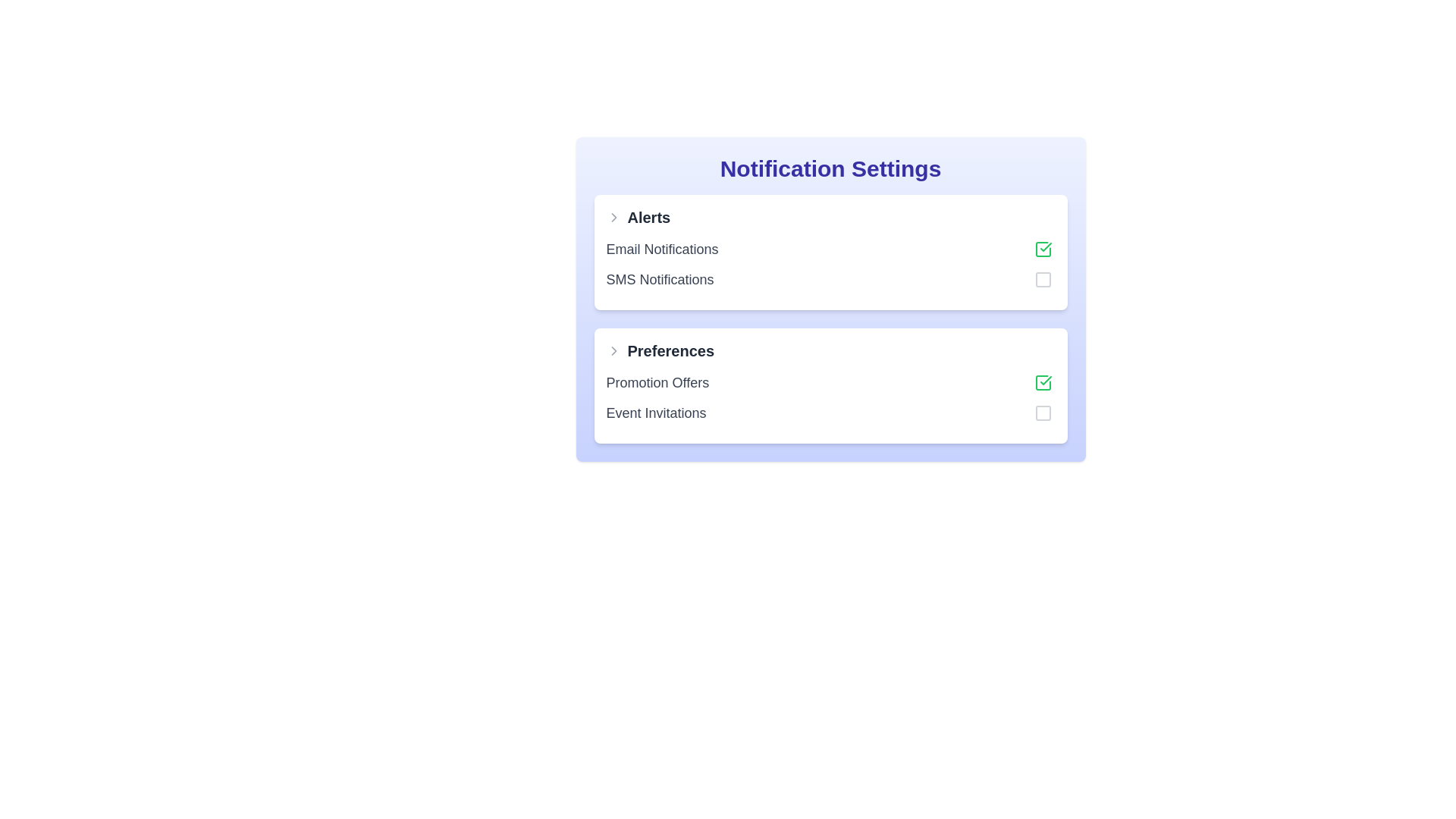 Image resolution: width=1456 pixels, height=819 pixels. I want to click on the 'Promotion Offers' checkbox located at the far-right side of the 'Promotion Offers' row, so click(1042, 382).